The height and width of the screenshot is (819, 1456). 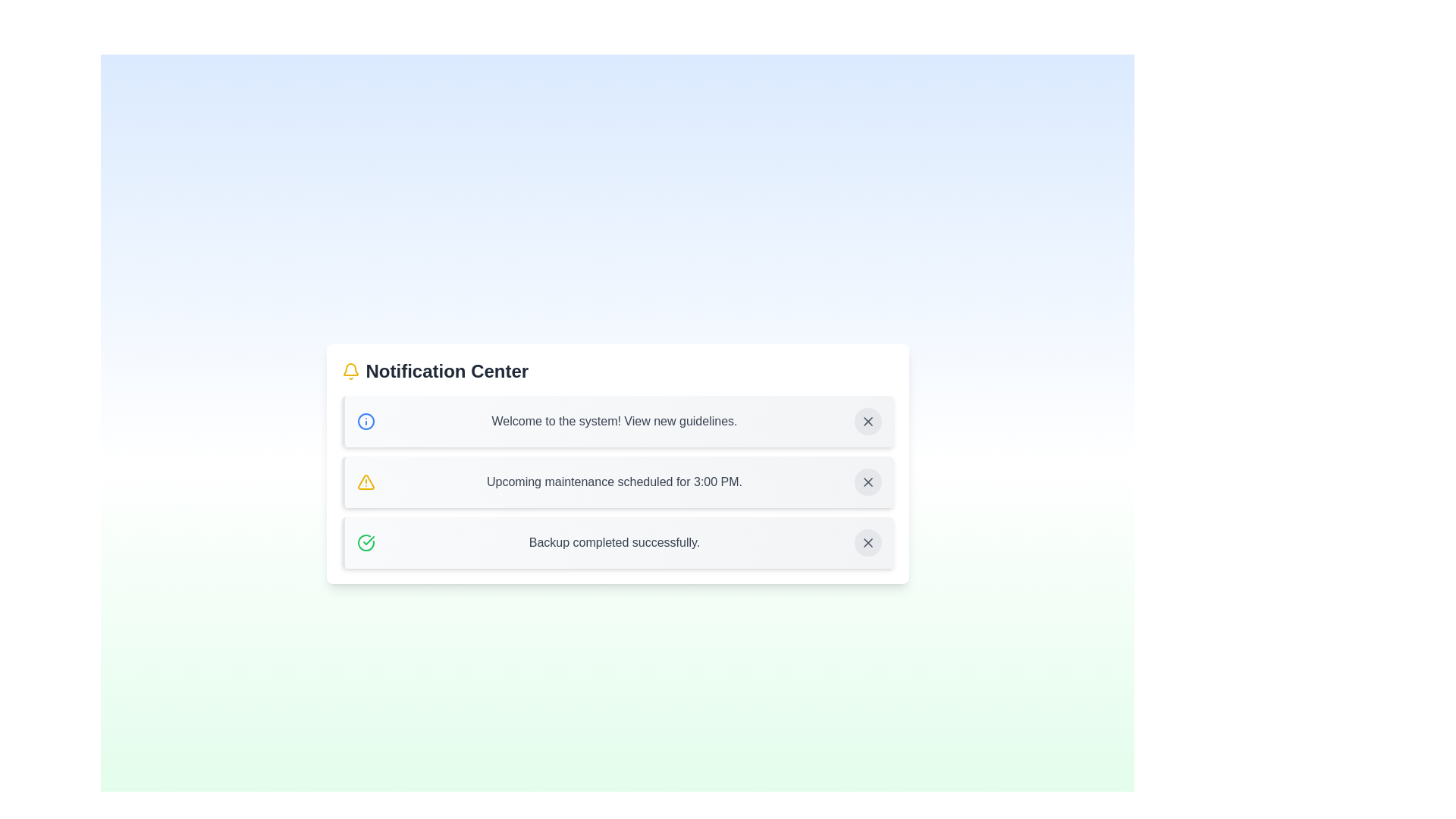 I want to click on the success Icon located in the last notification item within the 'Notification Center' interface, situated above its descriptive text, so click(x=368, y=540).